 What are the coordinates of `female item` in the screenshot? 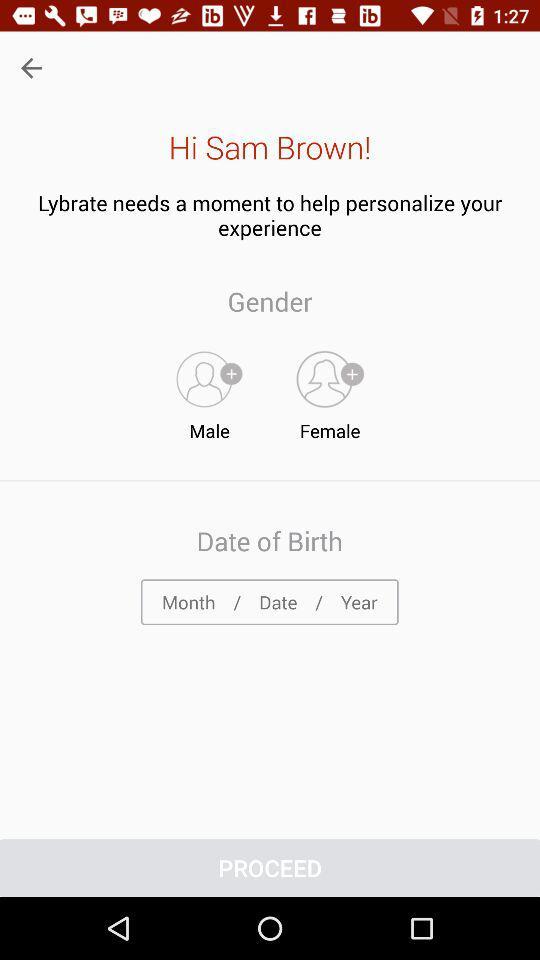 It's located at (330, 390).